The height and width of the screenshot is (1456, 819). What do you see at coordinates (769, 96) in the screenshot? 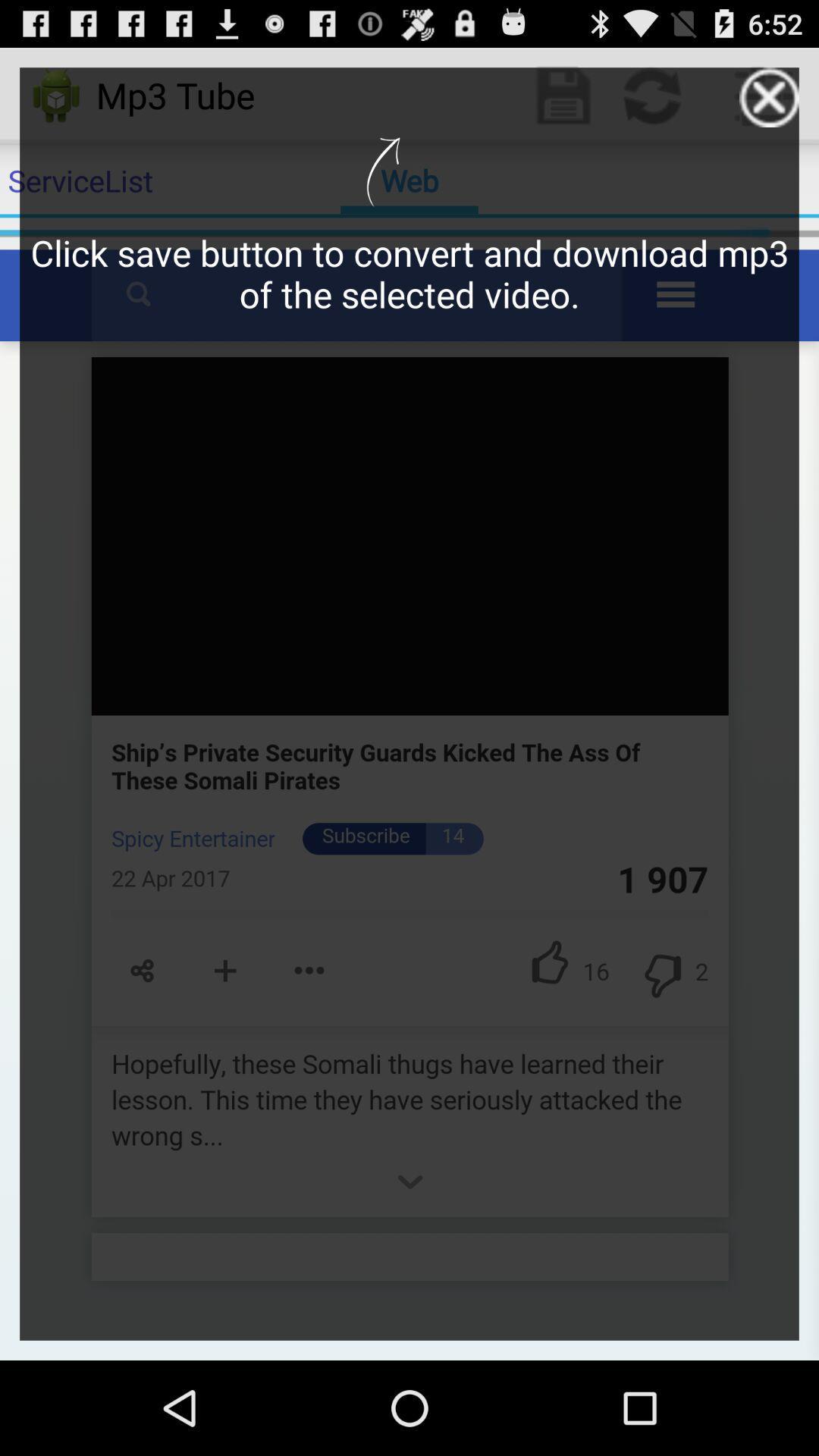
I see `the icon to the right of g app` at bounding box center [769, 96].